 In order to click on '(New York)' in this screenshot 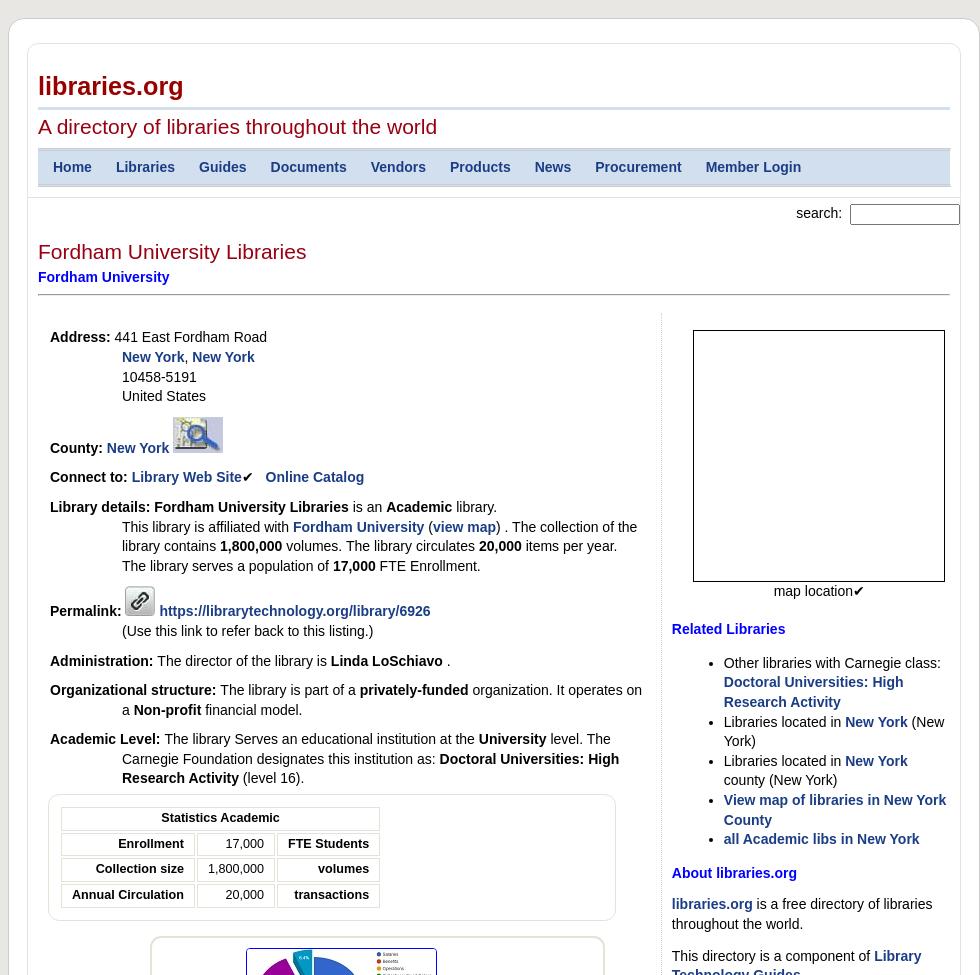, I will do `click(723, 729)`.